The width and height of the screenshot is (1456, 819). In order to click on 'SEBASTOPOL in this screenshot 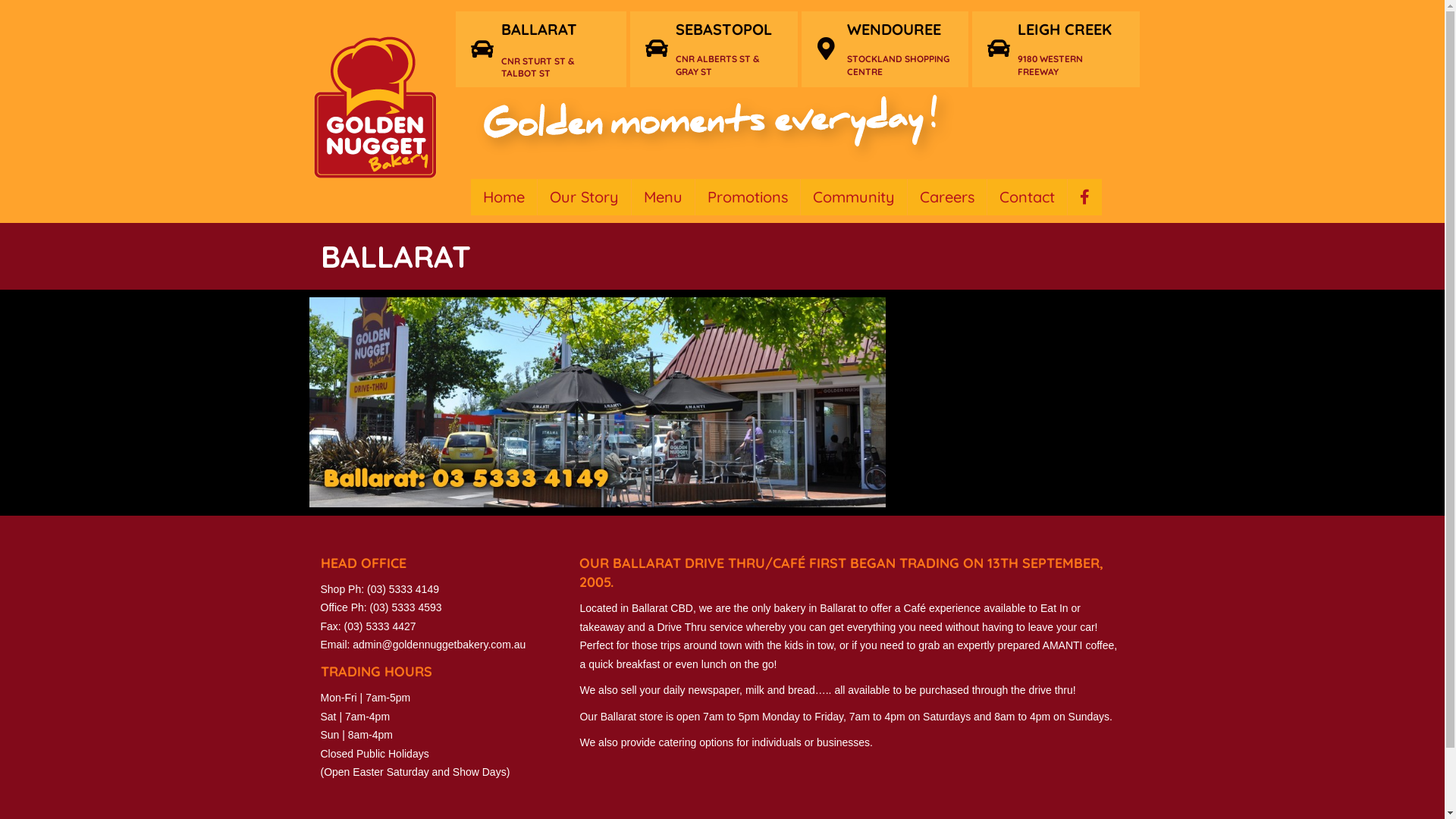, I will do `click(729, 48)`.